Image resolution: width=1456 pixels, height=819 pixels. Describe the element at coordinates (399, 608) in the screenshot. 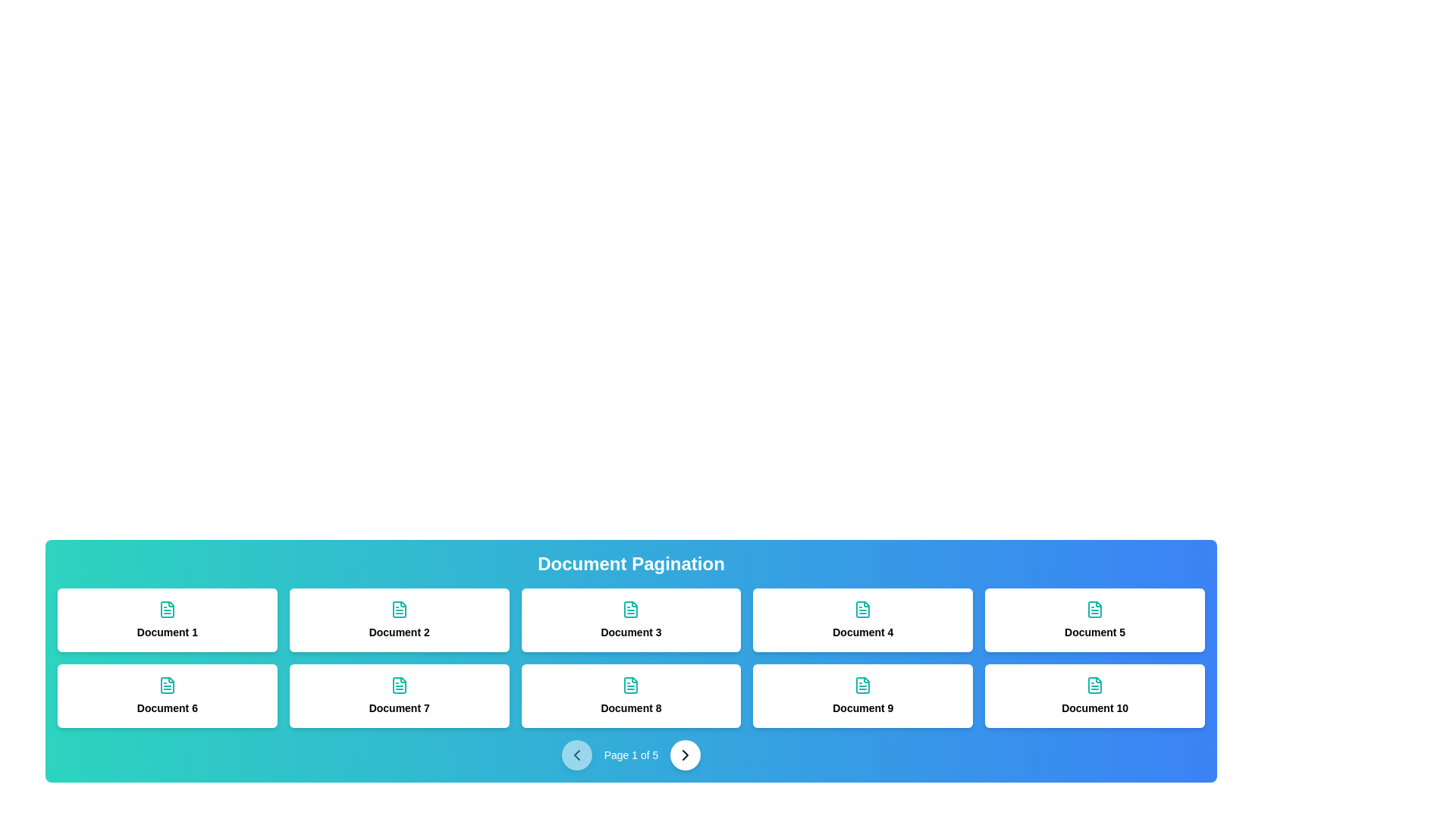

I see `SVG icon representing 'Document 2' for properties in developer tools by clicking on its center` at that location.